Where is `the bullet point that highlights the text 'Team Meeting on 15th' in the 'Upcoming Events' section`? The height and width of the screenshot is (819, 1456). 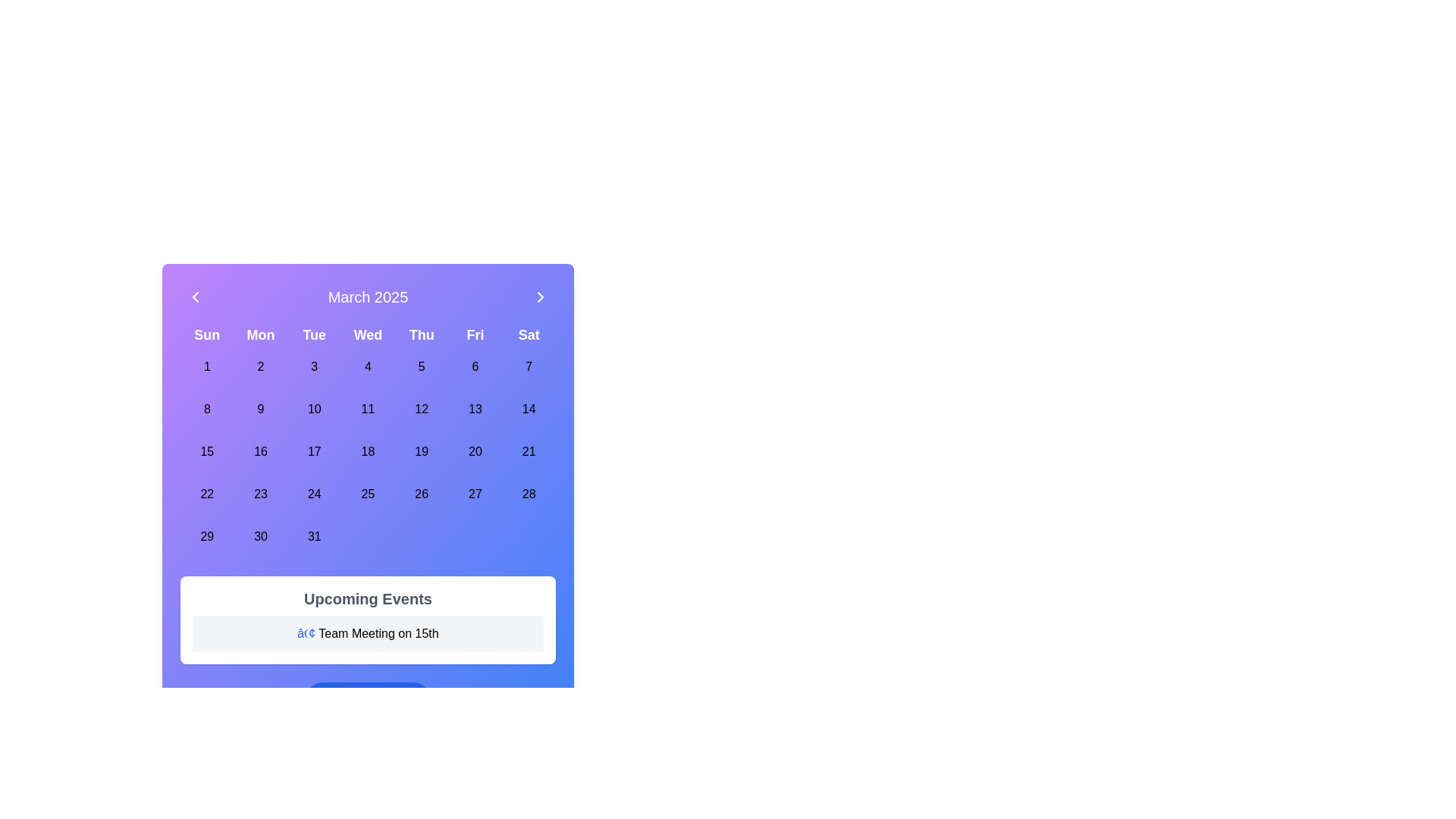
the bullet point that highlights the text 'Team Meeting on 15th' in the 'Upcoming Events' section is located at coordinates (306, 633).